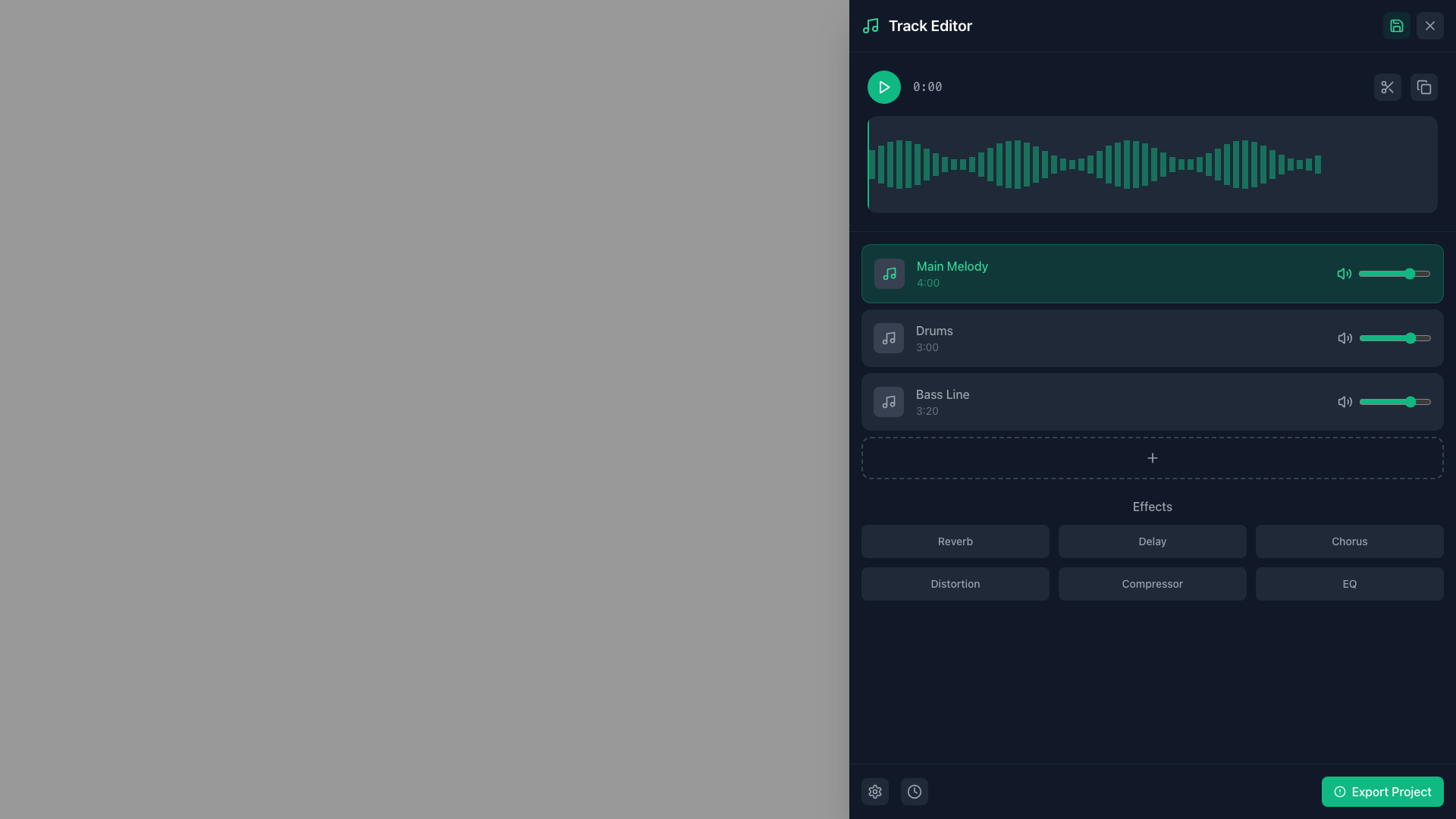 Image resolution: width=1456 pixels, height=819 pixels. Describe the element at coordinates (1362, 400) in the screenshot. I see `the slider value` at that location.